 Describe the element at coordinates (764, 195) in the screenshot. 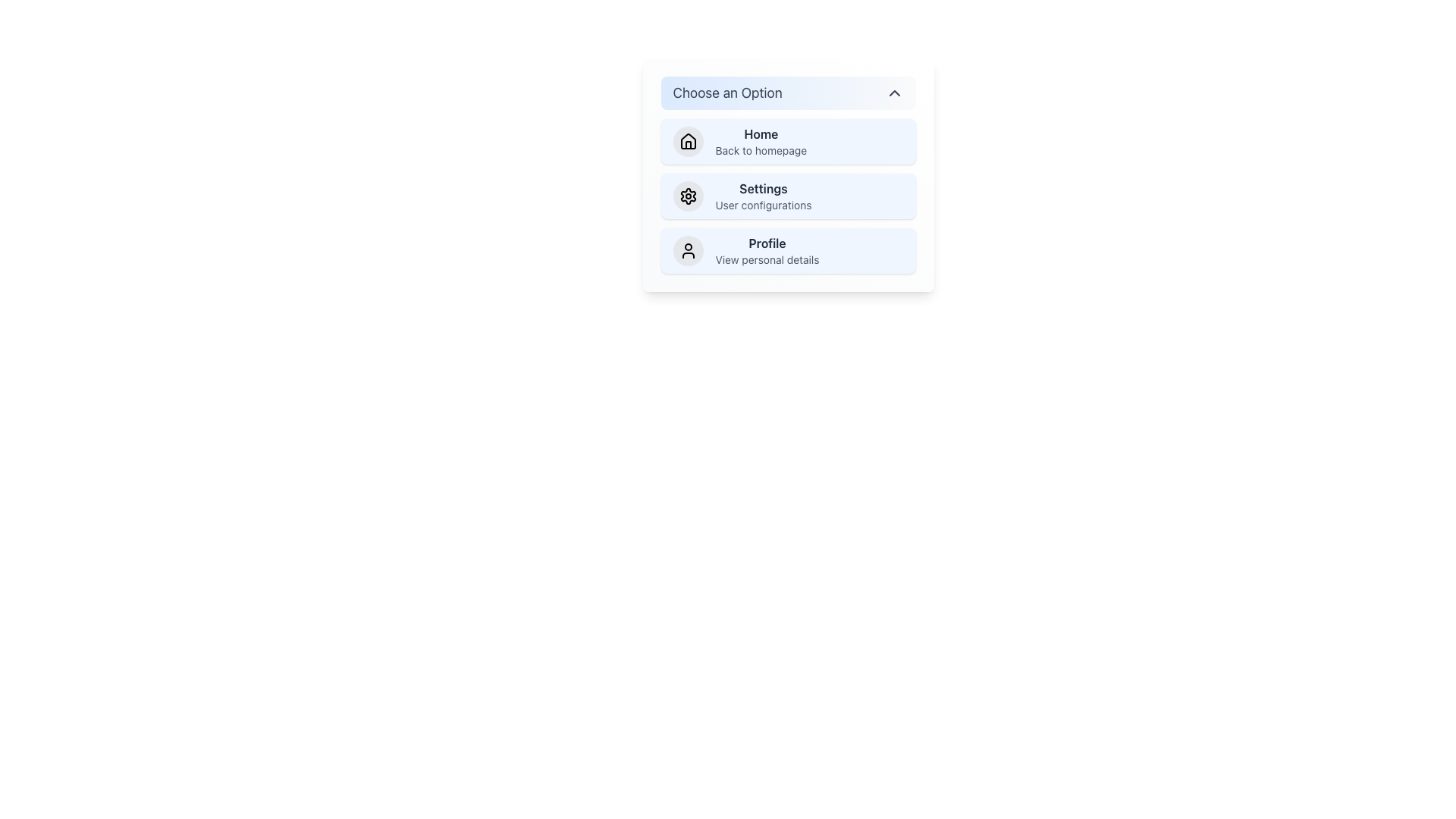

I see `the 'Settings' text label in the menu` at that location.